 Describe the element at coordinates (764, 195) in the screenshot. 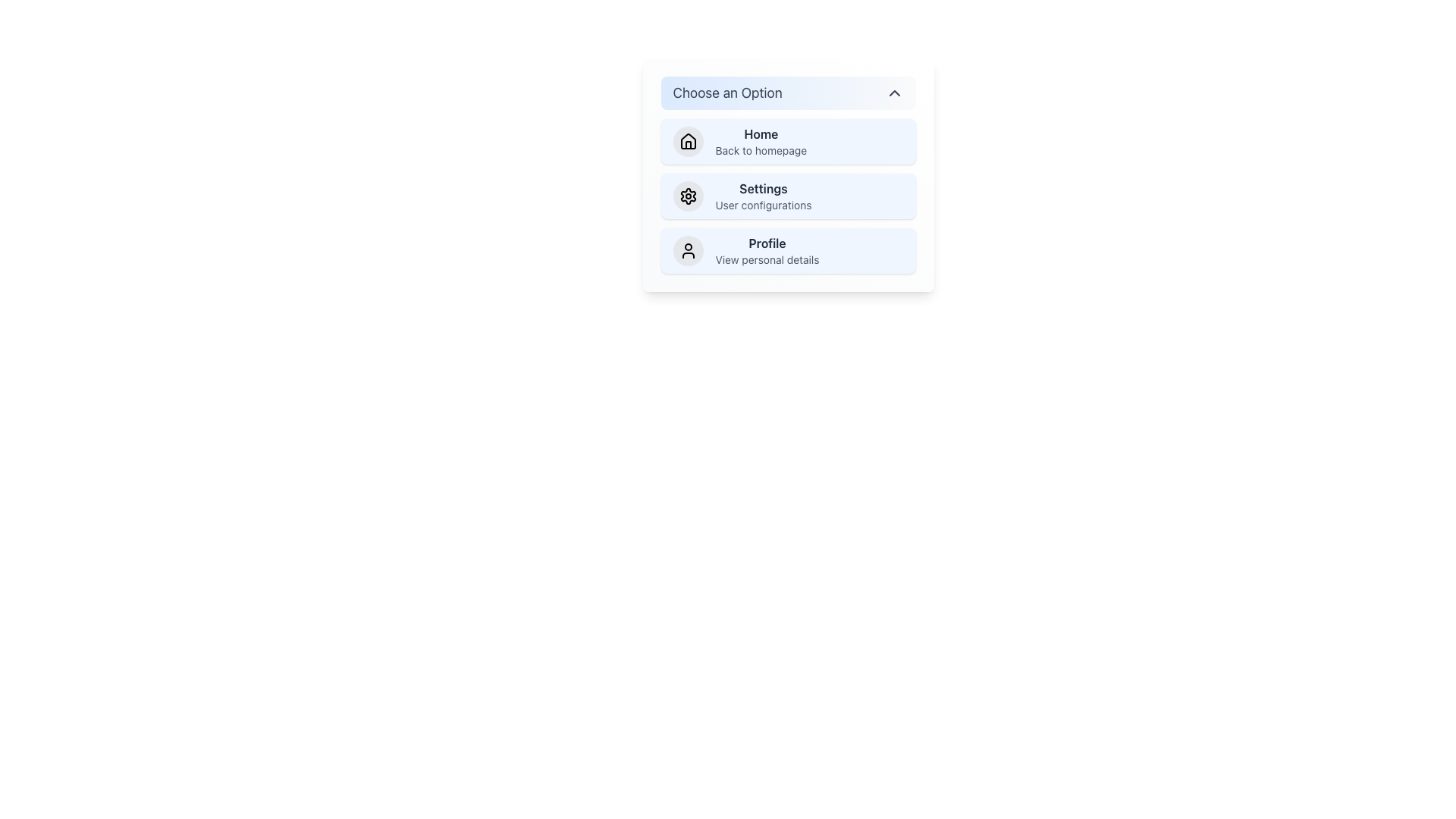

I see `the 'Settings' text label in the menu` at that location.